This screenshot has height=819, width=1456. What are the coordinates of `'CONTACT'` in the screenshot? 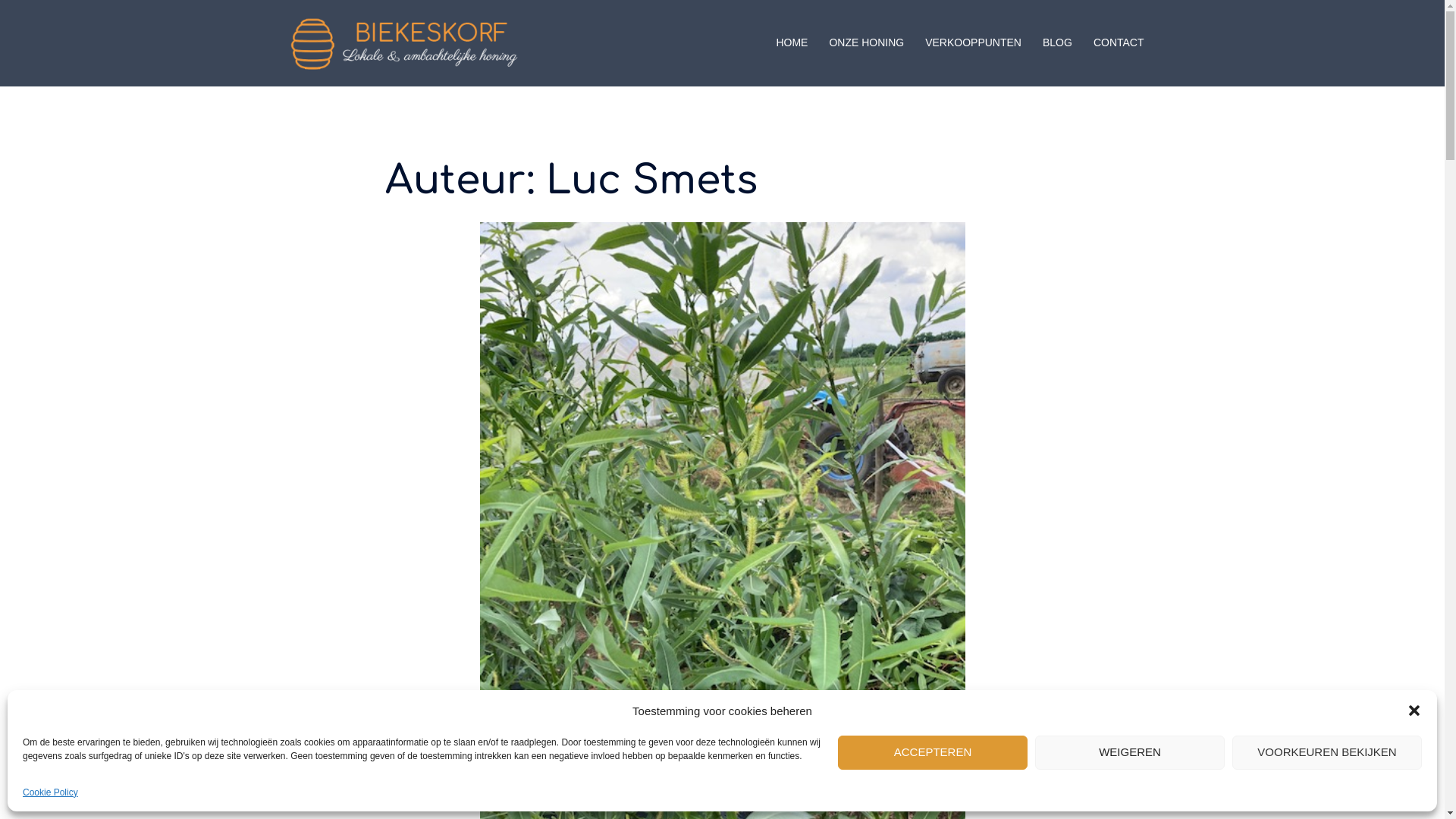 It's located at (1119, 42).